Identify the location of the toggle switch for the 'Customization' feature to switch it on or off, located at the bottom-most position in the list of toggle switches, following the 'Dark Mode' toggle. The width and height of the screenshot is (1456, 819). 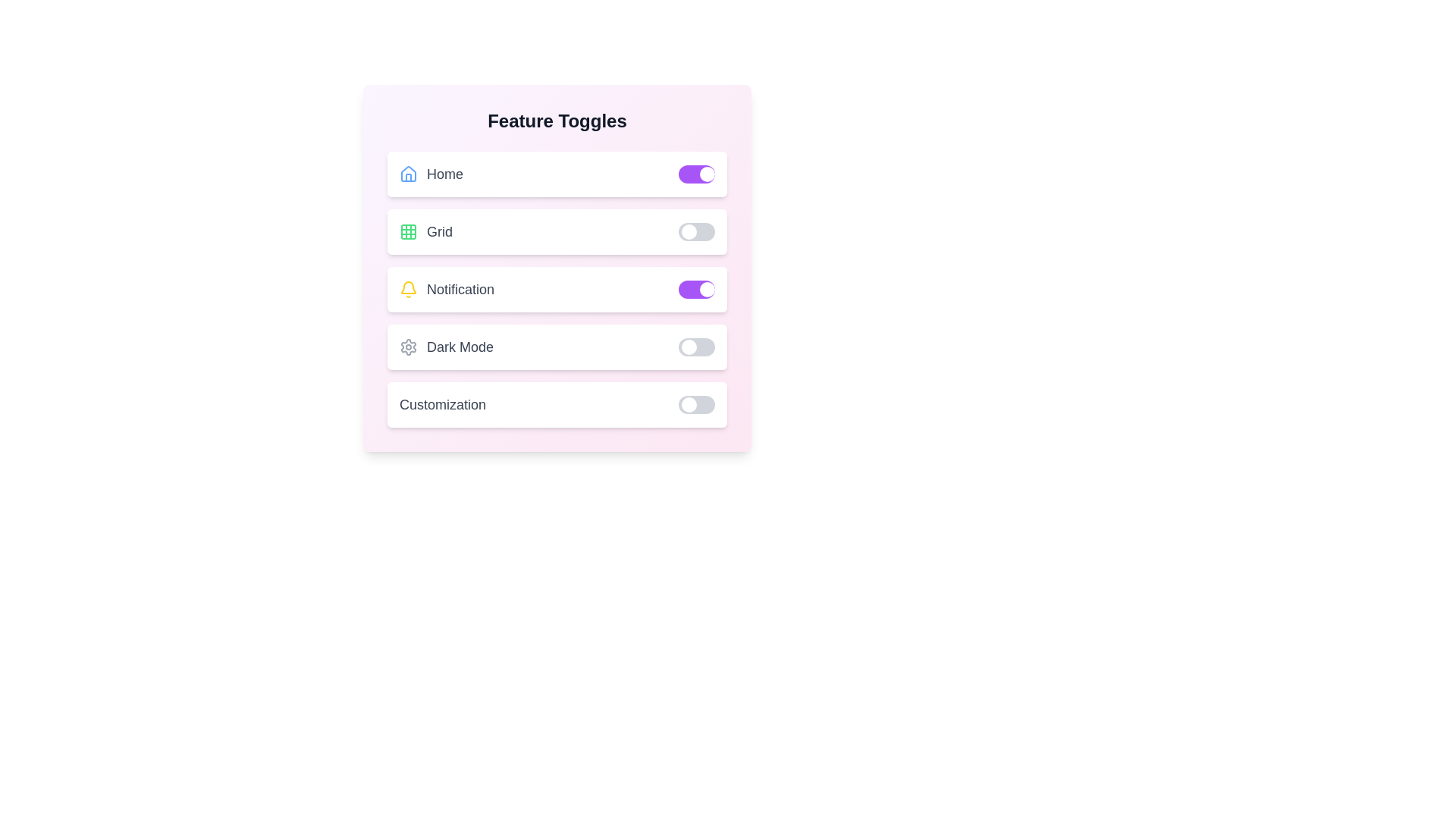
(556, 403).